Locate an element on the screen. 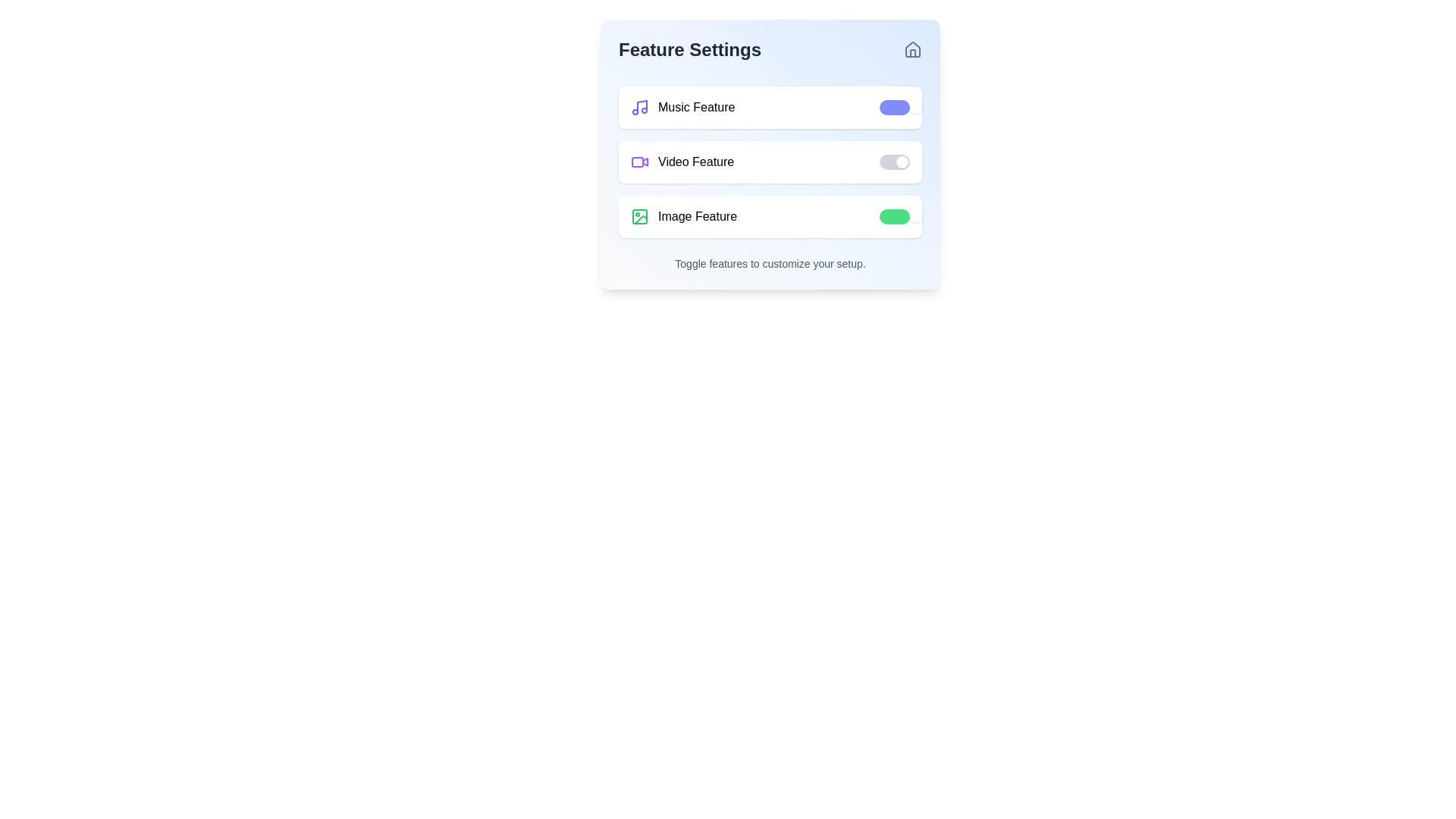  Background rectangle of the SVG icon representing the 'Image Feature' setting, located in the third row of the settings menu, for its dimensions or styling is located at coordinates (640, 216).